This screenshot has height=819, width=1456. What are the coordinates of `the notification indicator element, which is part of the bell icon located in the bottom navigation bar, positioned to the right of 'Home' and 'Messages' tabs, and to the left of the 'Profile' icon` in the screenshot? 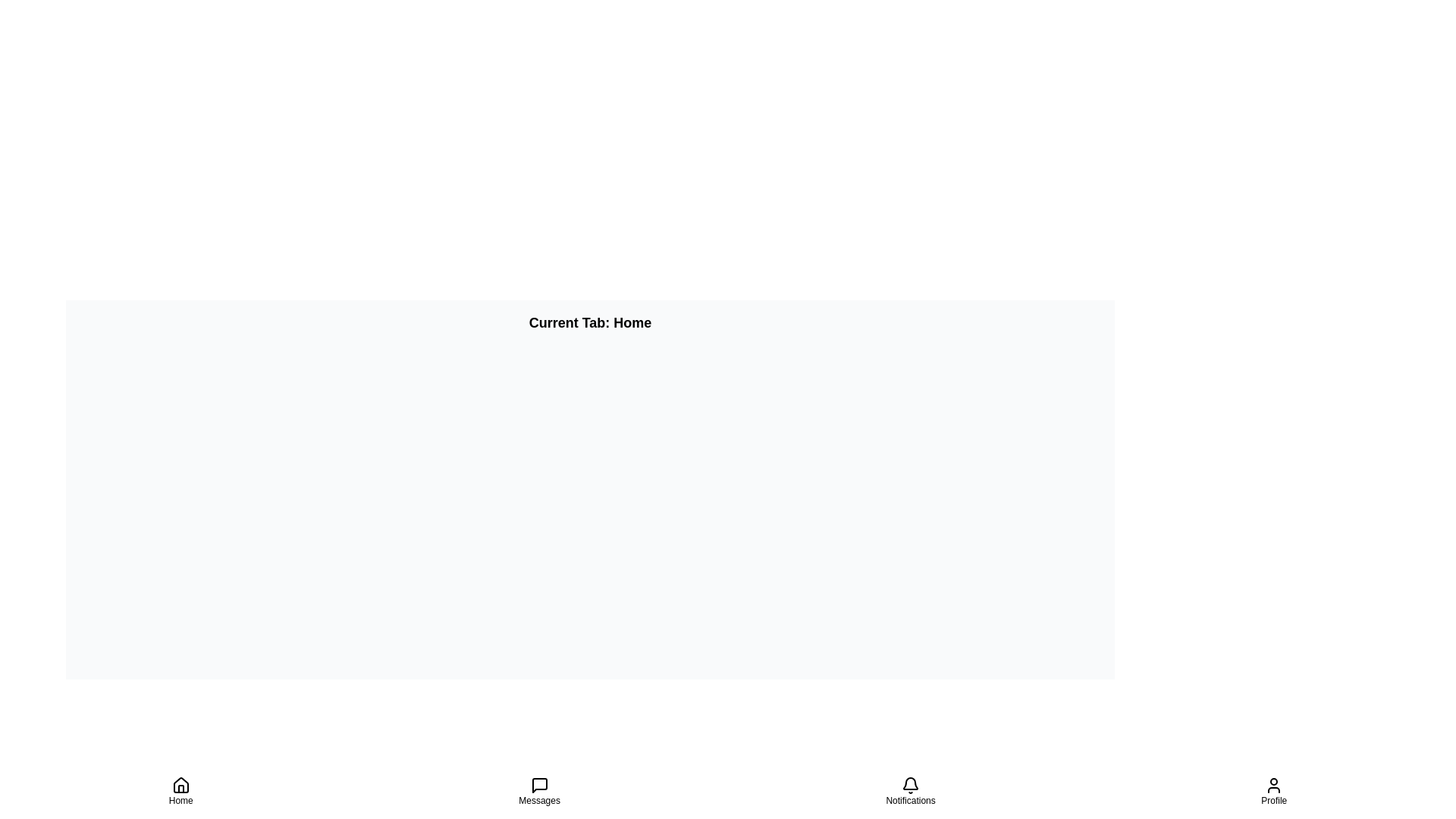 It's located at (910, 783).